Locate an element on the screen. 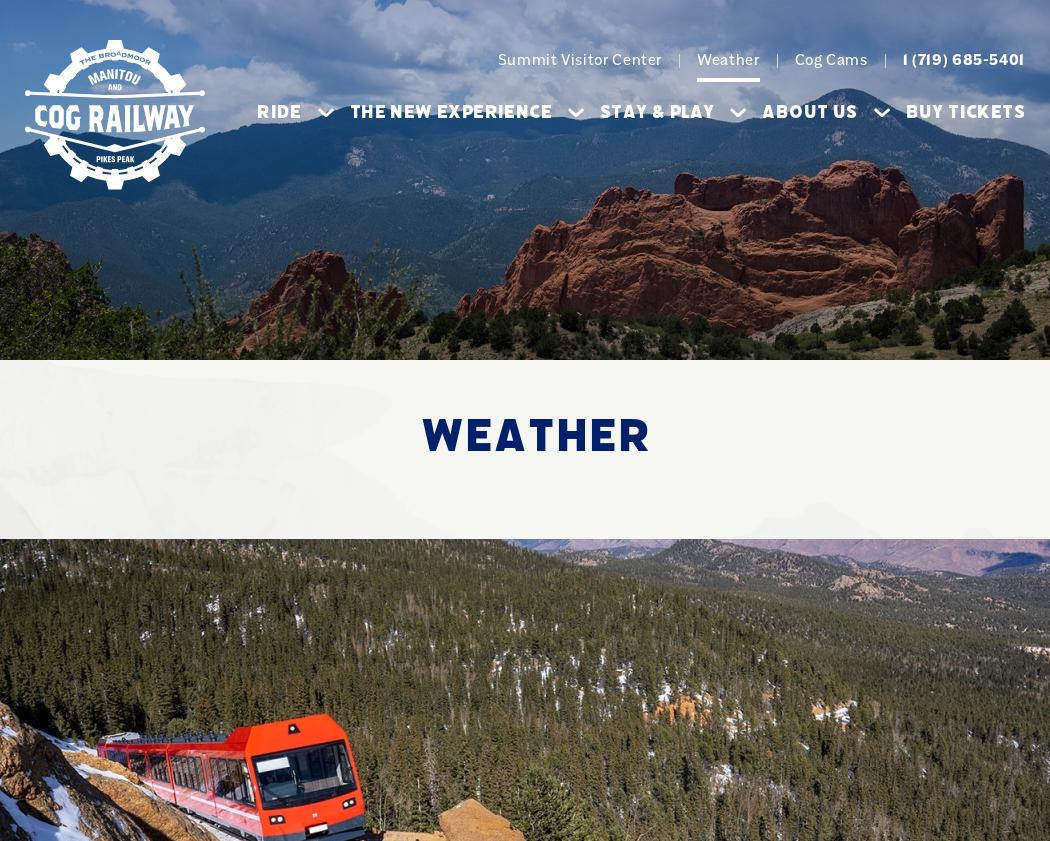 This screenshot has height=841, width=1050. 'Discover All About Us.' is located at coordinates (610, 483).